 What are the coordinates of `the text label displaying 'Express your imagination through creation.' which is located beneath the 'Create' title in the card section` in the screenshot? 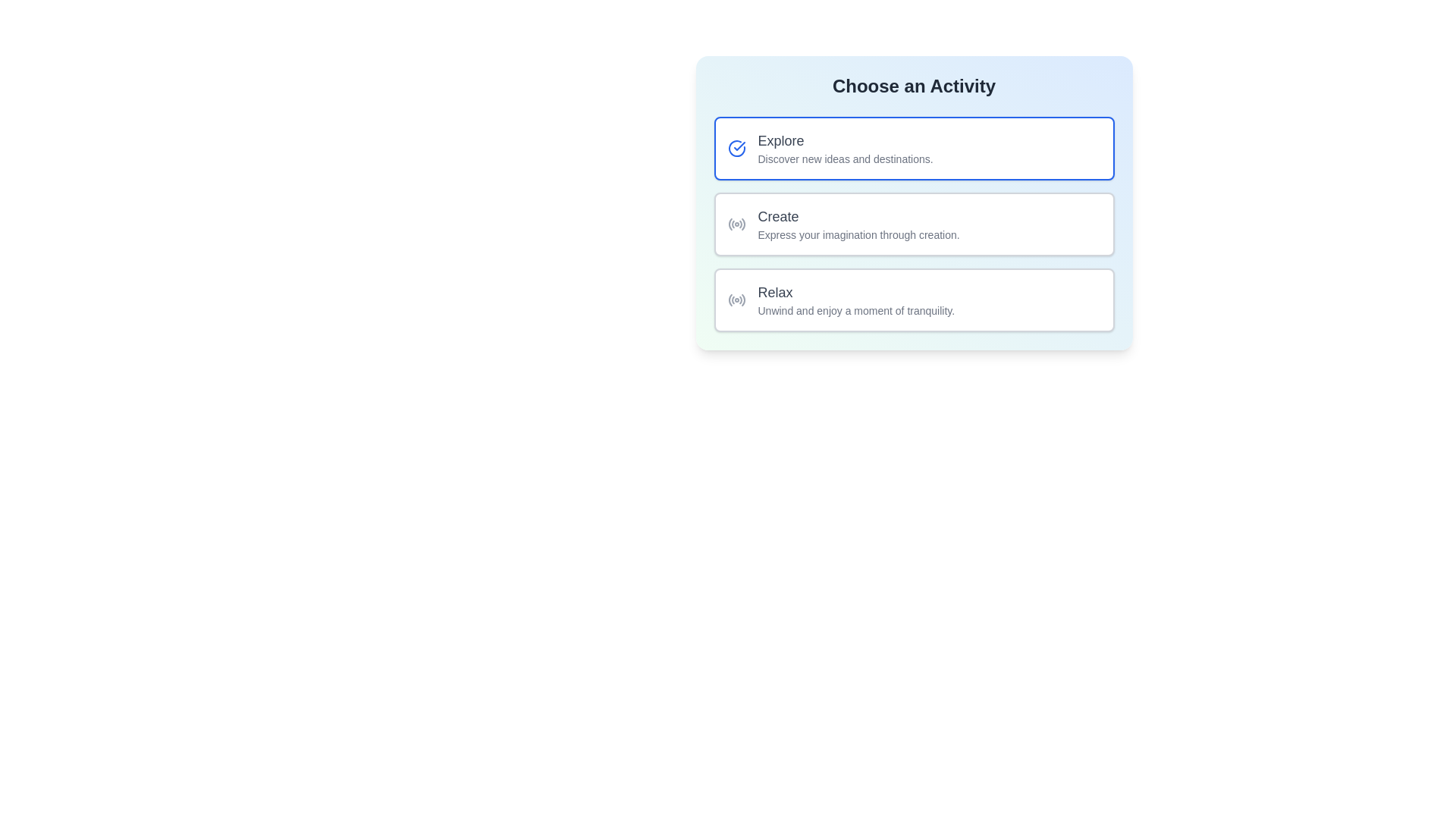 It's located at (858, 234).